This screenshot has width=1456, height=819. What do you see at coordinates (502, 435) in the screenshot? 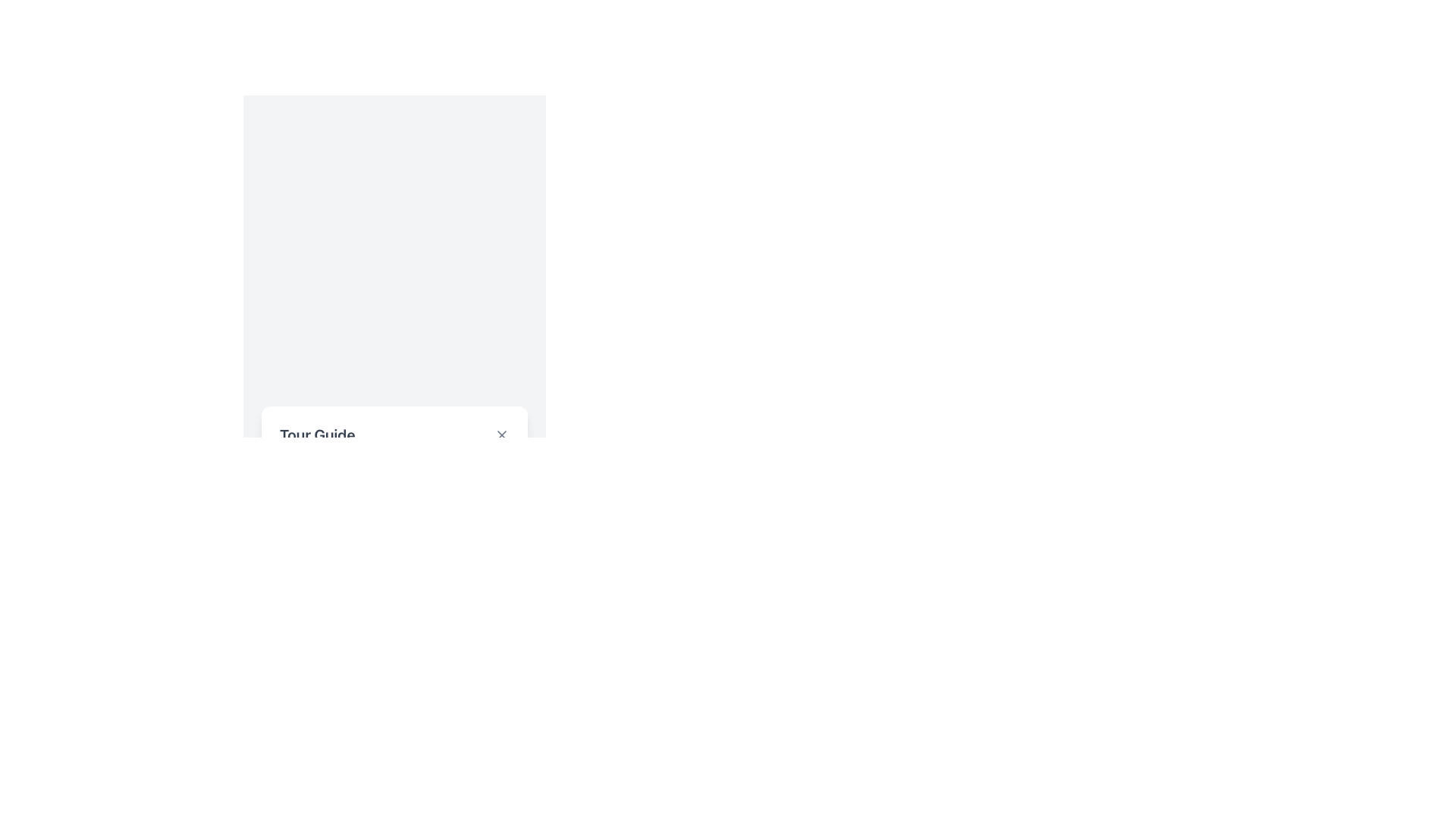
I see `the close button located at the top-right corner of the 'Tour Guide' section` at bounding box center [502, 435].